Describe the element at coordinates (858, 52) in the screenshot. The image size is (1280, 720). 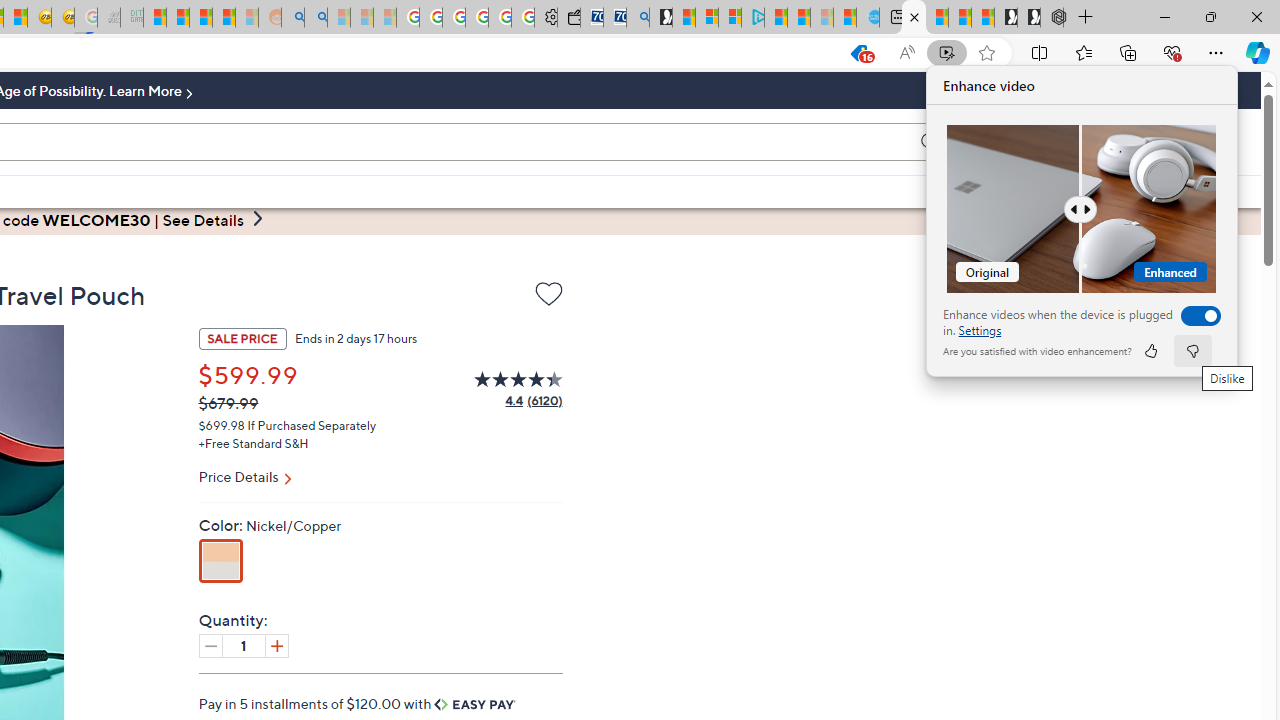
I see `'You have the best price!'` at that location.